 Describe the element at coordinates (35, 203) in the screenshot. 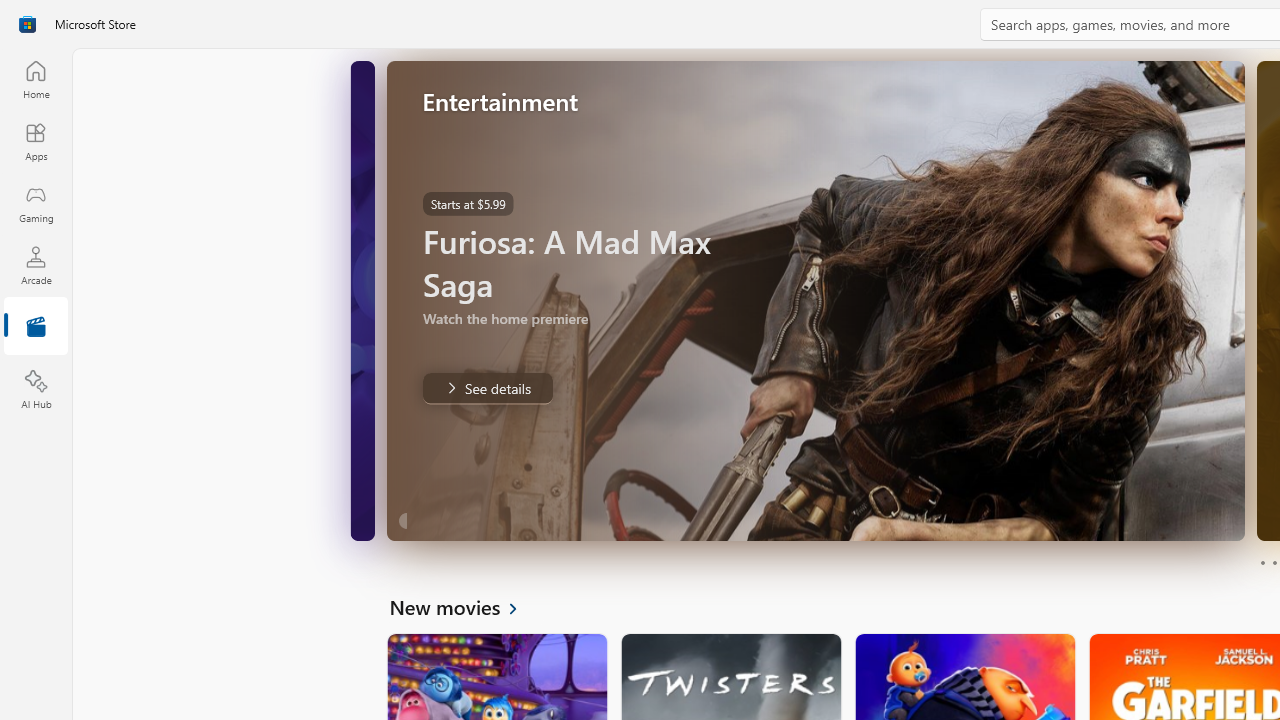

I see `'Gaming'` at that location.